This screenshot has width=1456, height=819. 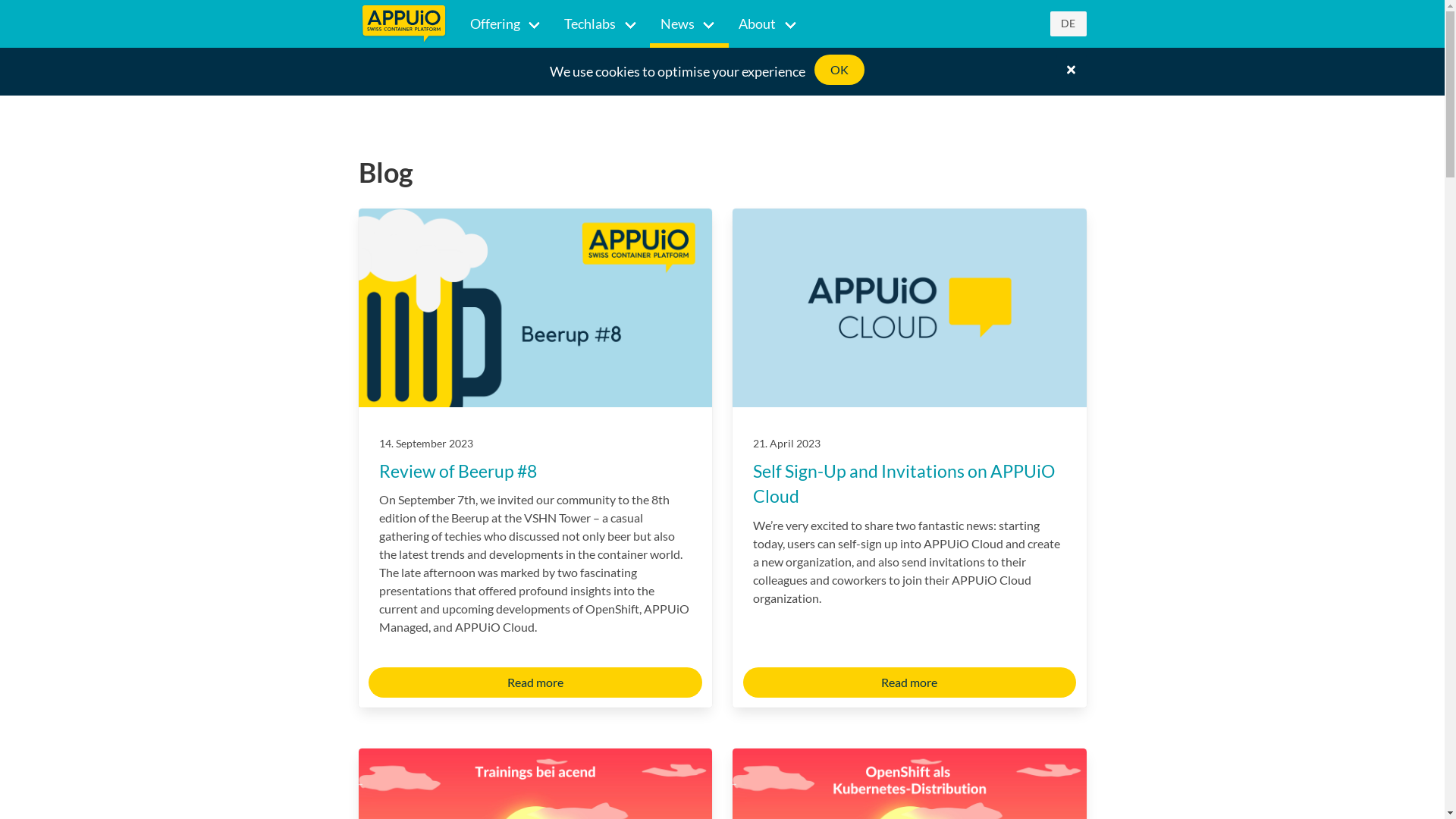 I want to click on 'Techlabs', so click(x=601, y=24).